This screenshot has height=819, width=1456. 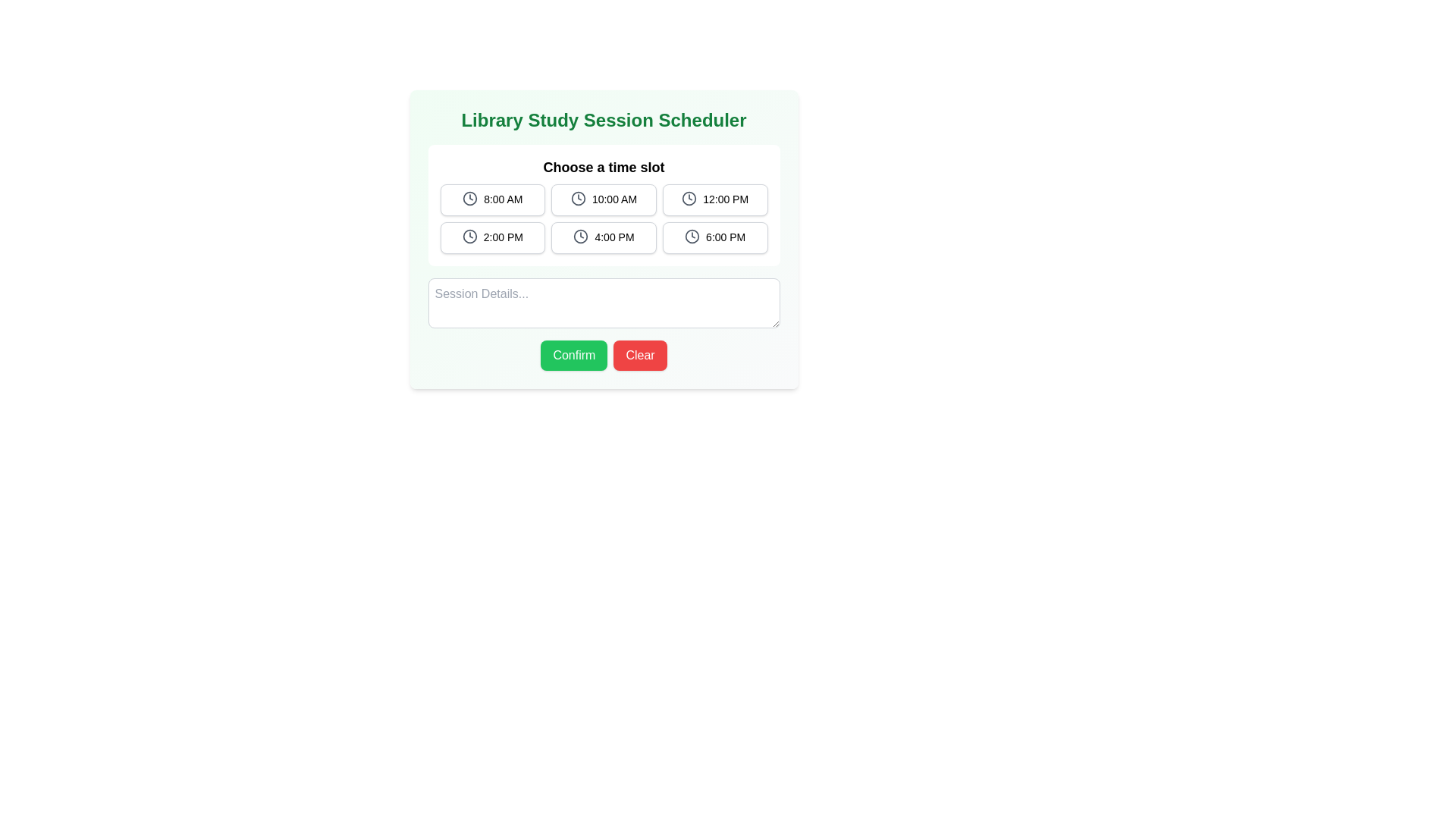 I want to click on the selectable time slot button located in the second row, first column of the grid layout, so click(x=492, y=237).